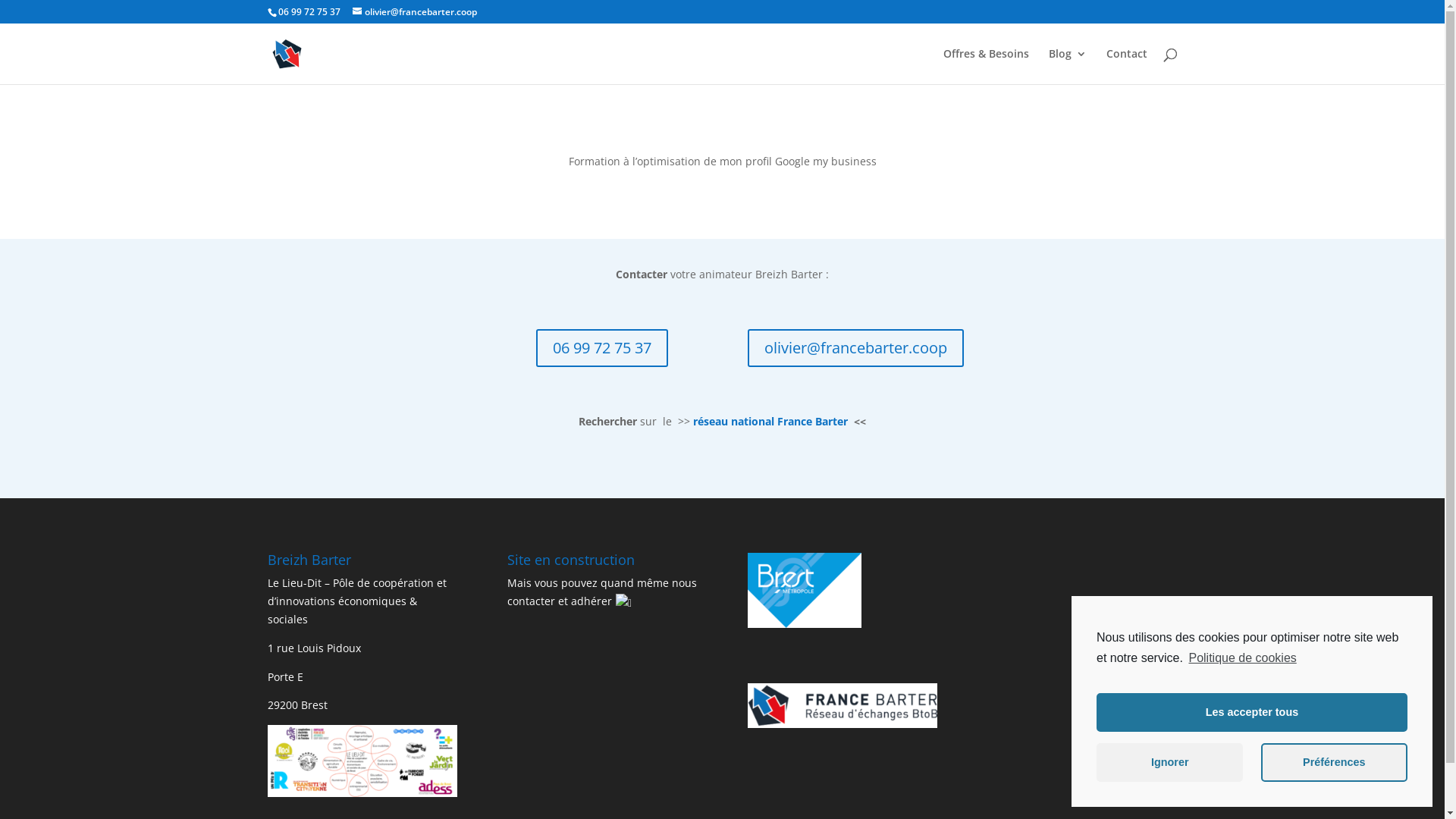 The width and height of the screenshot is (1456, 819). I want to click on 'Les accepter tous', so click(1252, 712).